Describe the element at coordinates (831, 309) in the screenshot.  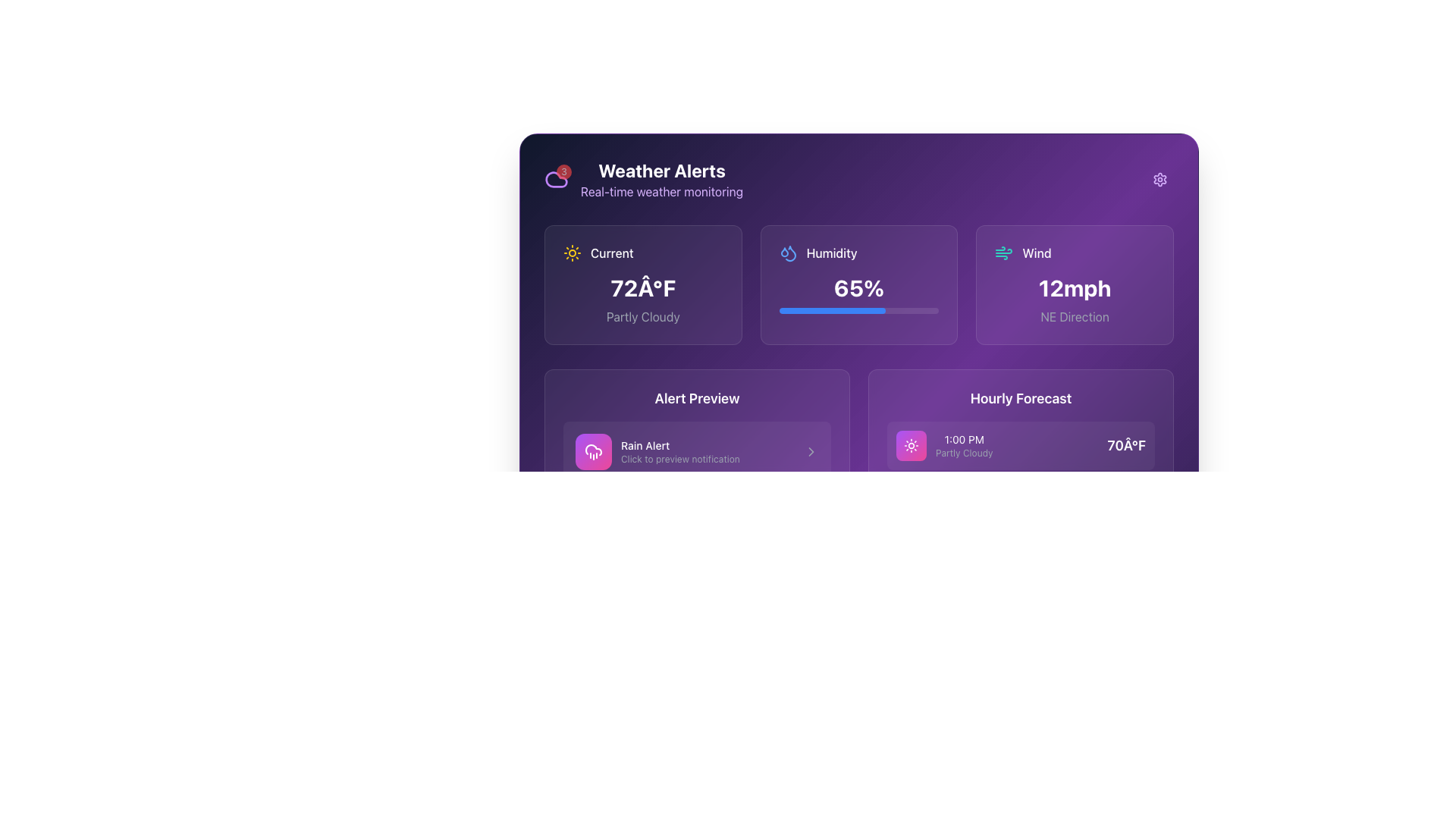
I see `the blue progress fill of the progress bar located in the 'Humidity' section, which is positioned between the 'Current' and 'Wind' sections` at that location.